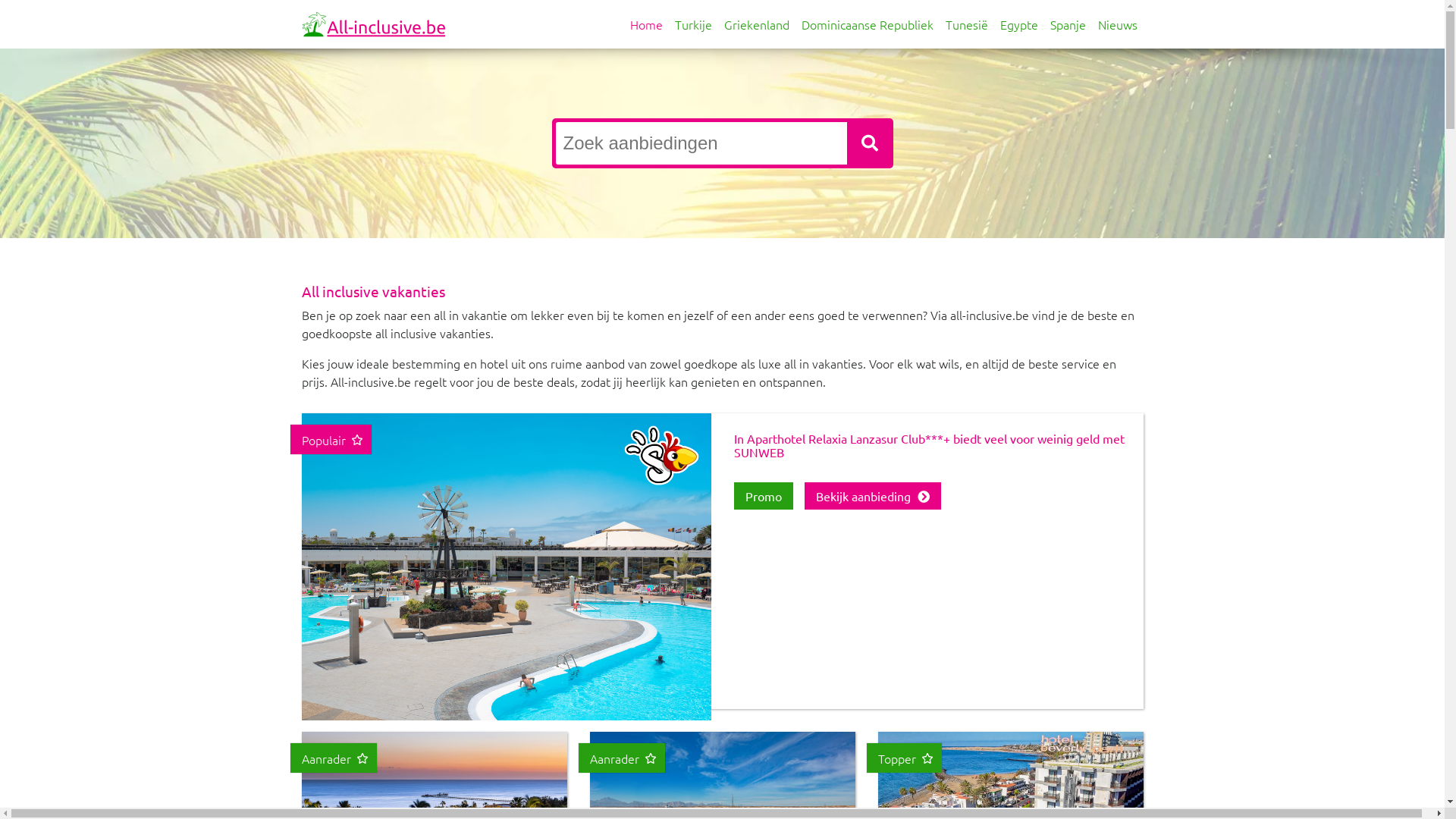 The image size is (1456, 819). I want to click on 'Home', so click(645, 24).